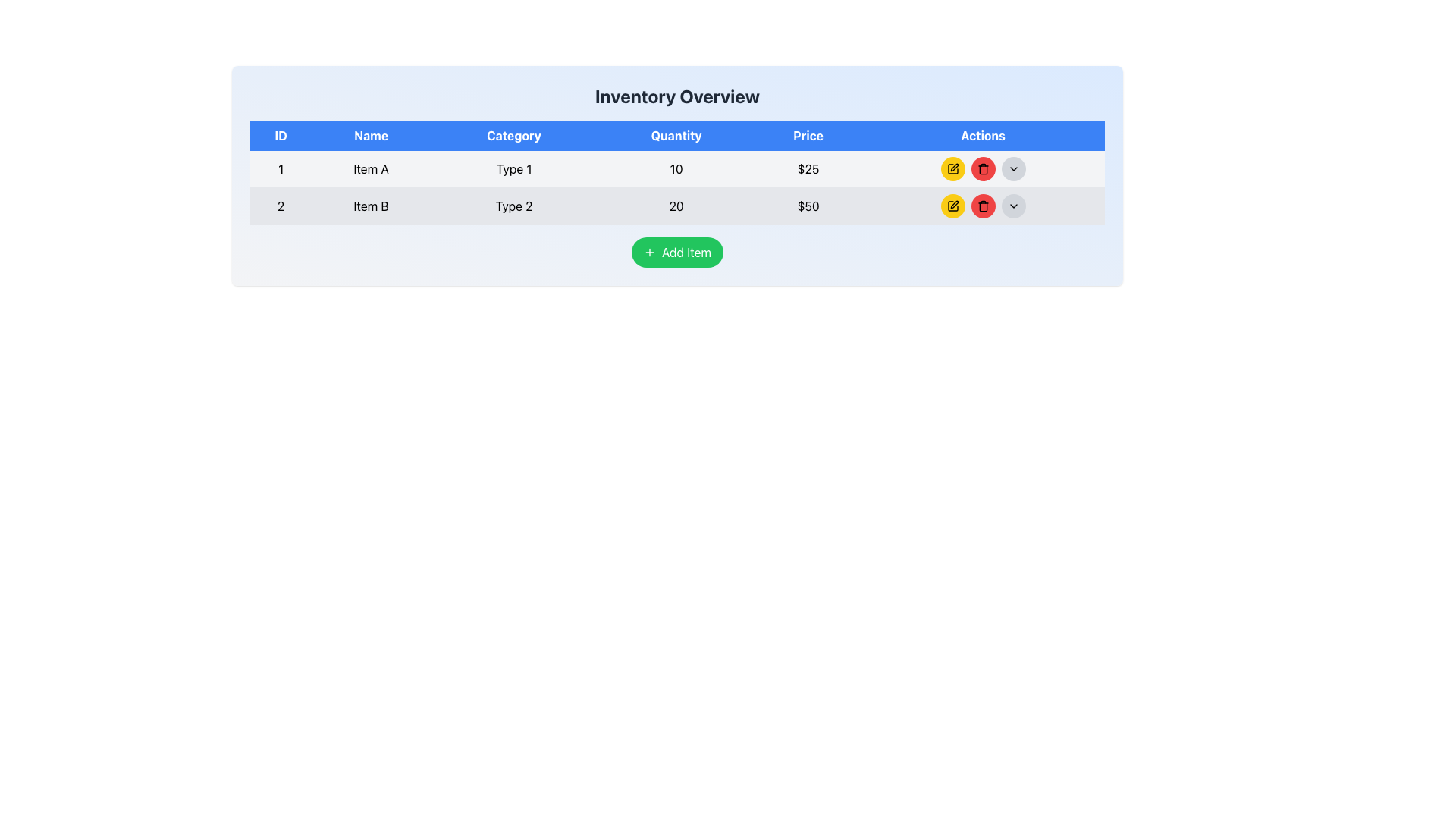 This screenshot has height=819, width=1456. What do you see at coordinates (676, 169) in the screenshot?
I see `the non-interactive text display for the quantity of an inventory item in the fourth column of the first row under the 'Quantity' header in the light blue 'Inventory Overview' area` at bounding box center [676, 169].